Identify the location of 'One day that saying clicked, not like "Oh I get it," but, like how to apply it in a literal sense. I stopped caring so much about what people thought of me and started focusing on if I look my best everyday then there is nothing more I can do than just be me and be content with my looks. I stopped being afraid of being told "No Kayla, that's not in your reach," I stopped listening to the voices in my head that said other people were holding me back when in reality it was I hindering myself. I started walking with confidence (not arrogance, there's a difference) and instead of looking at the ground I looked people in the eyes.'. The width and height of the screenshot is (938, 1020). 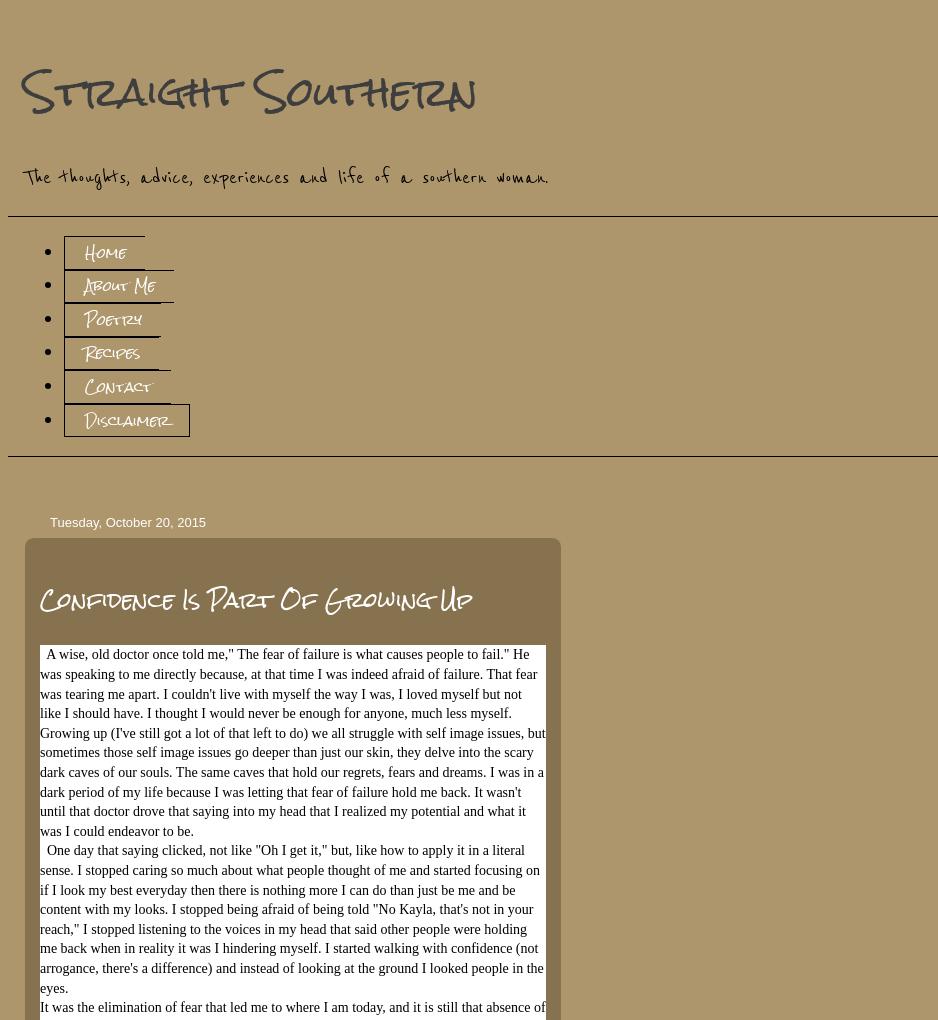
(38, 919).